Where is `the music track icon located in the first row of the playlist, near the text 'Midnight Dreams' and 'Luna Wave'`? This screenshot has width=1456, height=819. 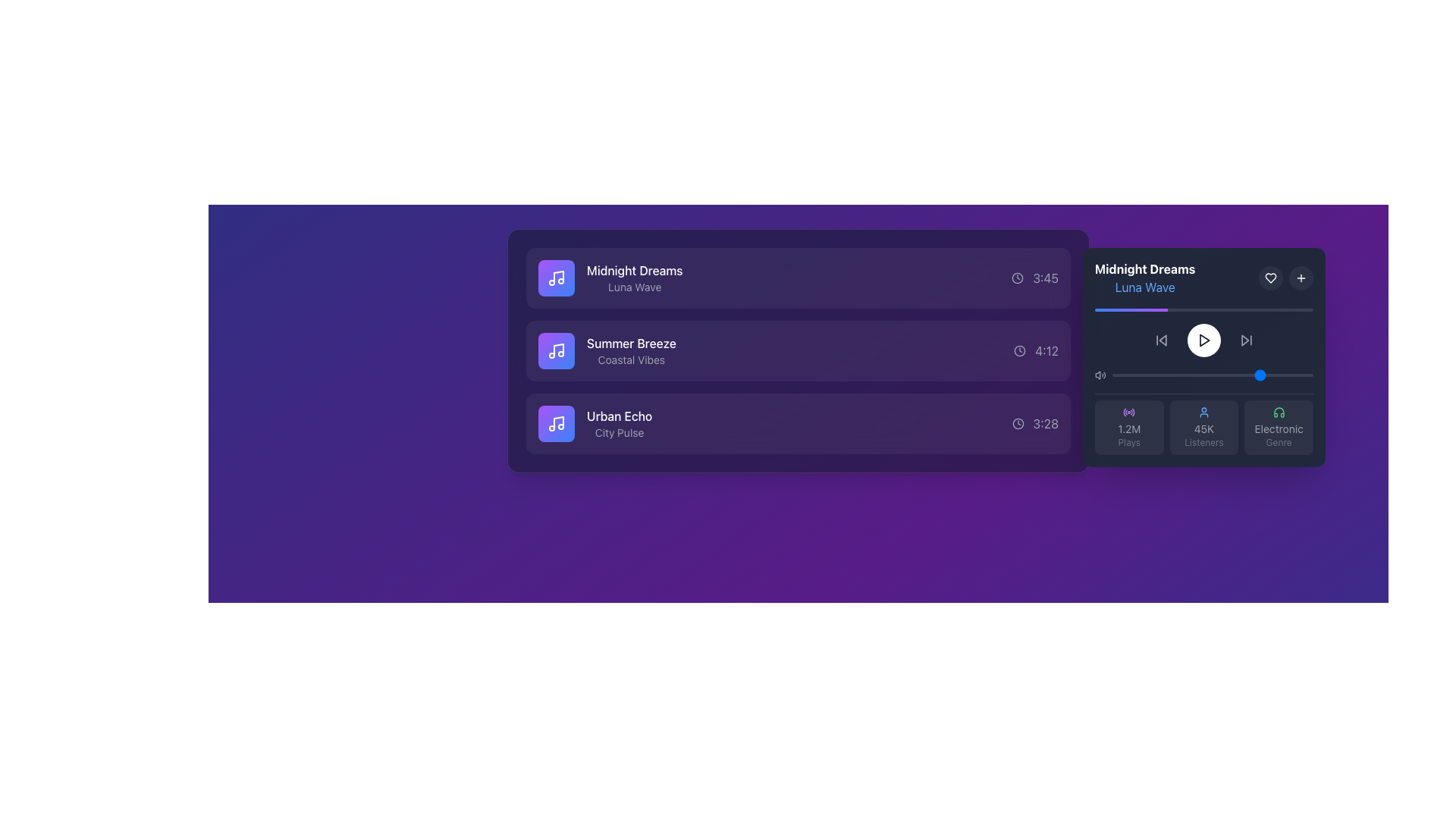 the music track icon located in the first row of the playlist, near the text 'Midnight Dreams' and 'Luna Wave' is located at coordinates (556, 278).